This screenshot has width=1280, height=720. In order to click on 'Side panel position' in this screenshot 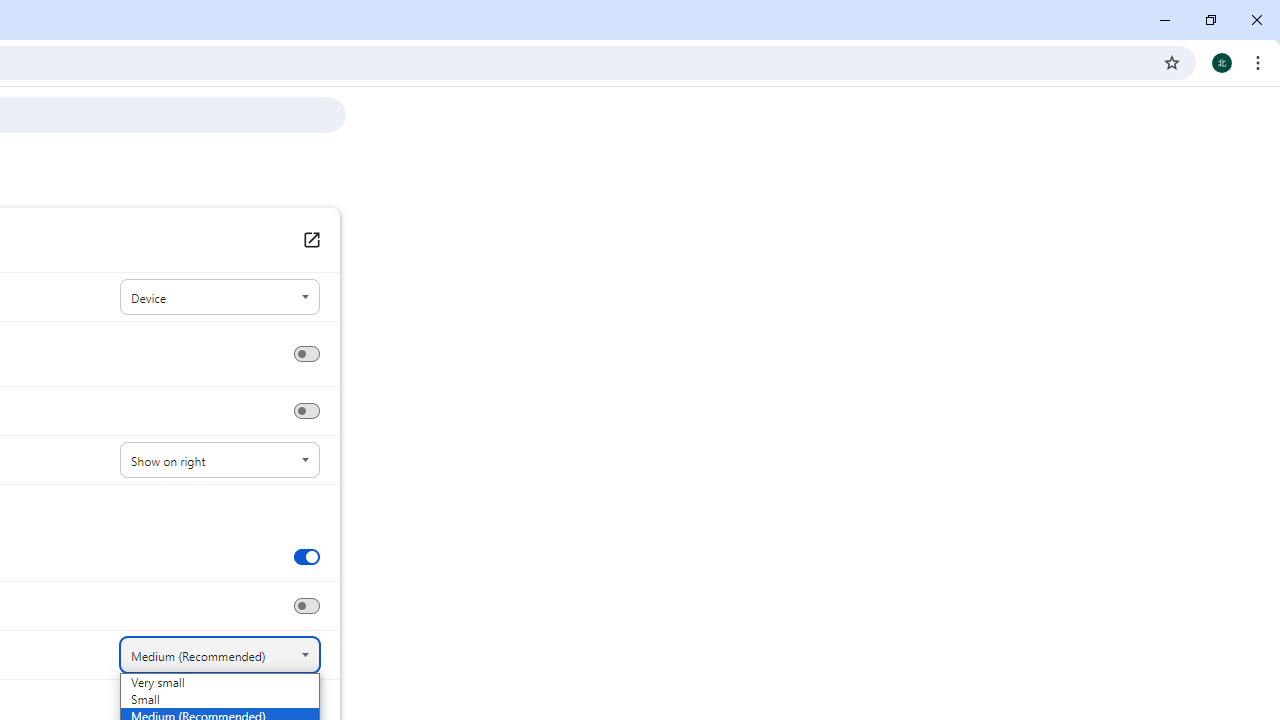, I will do `click(219, 460)`.